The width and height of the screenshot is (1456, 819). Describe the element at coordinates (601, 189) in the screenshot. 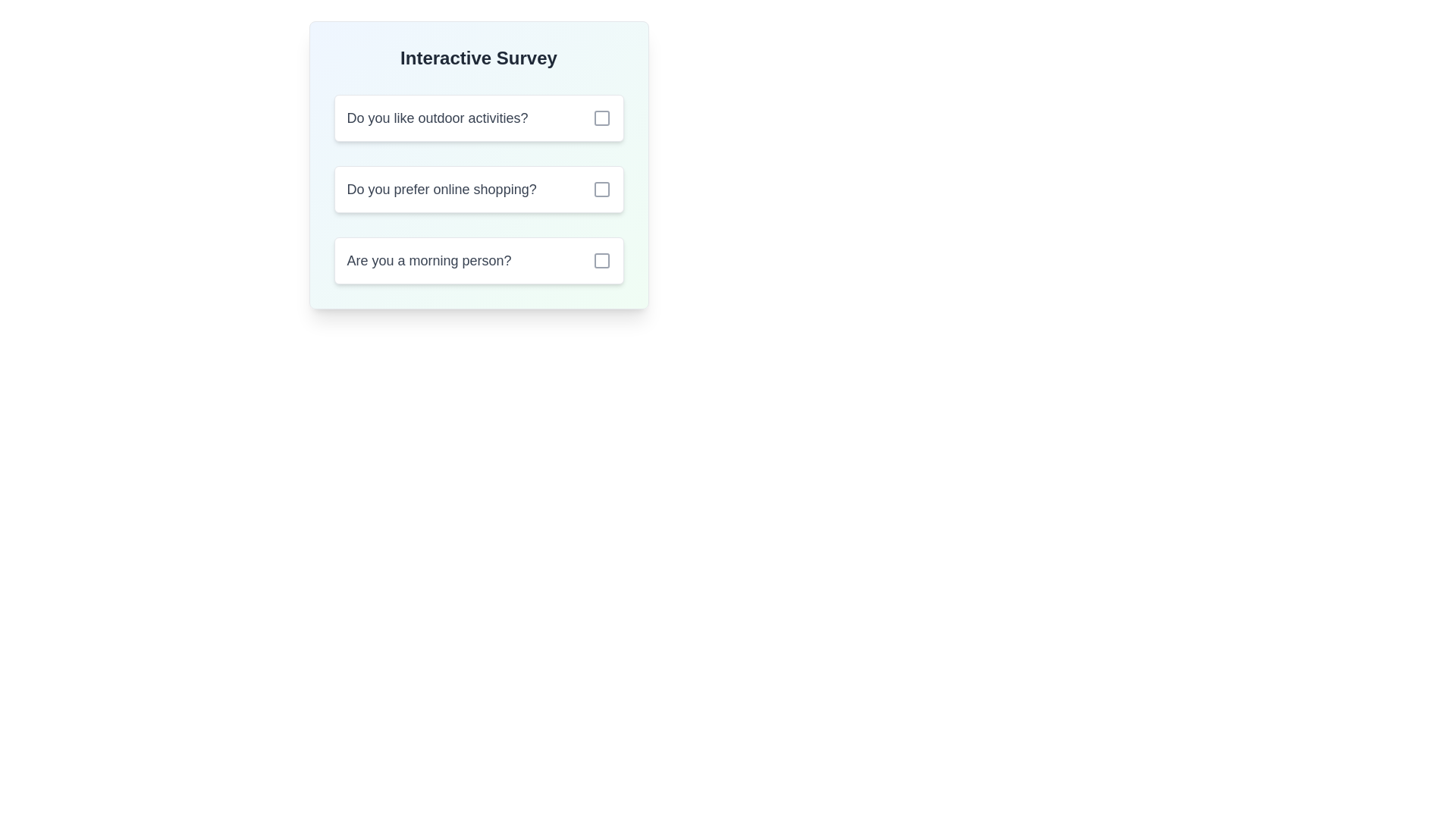

I see `the checkbox next` at that location.